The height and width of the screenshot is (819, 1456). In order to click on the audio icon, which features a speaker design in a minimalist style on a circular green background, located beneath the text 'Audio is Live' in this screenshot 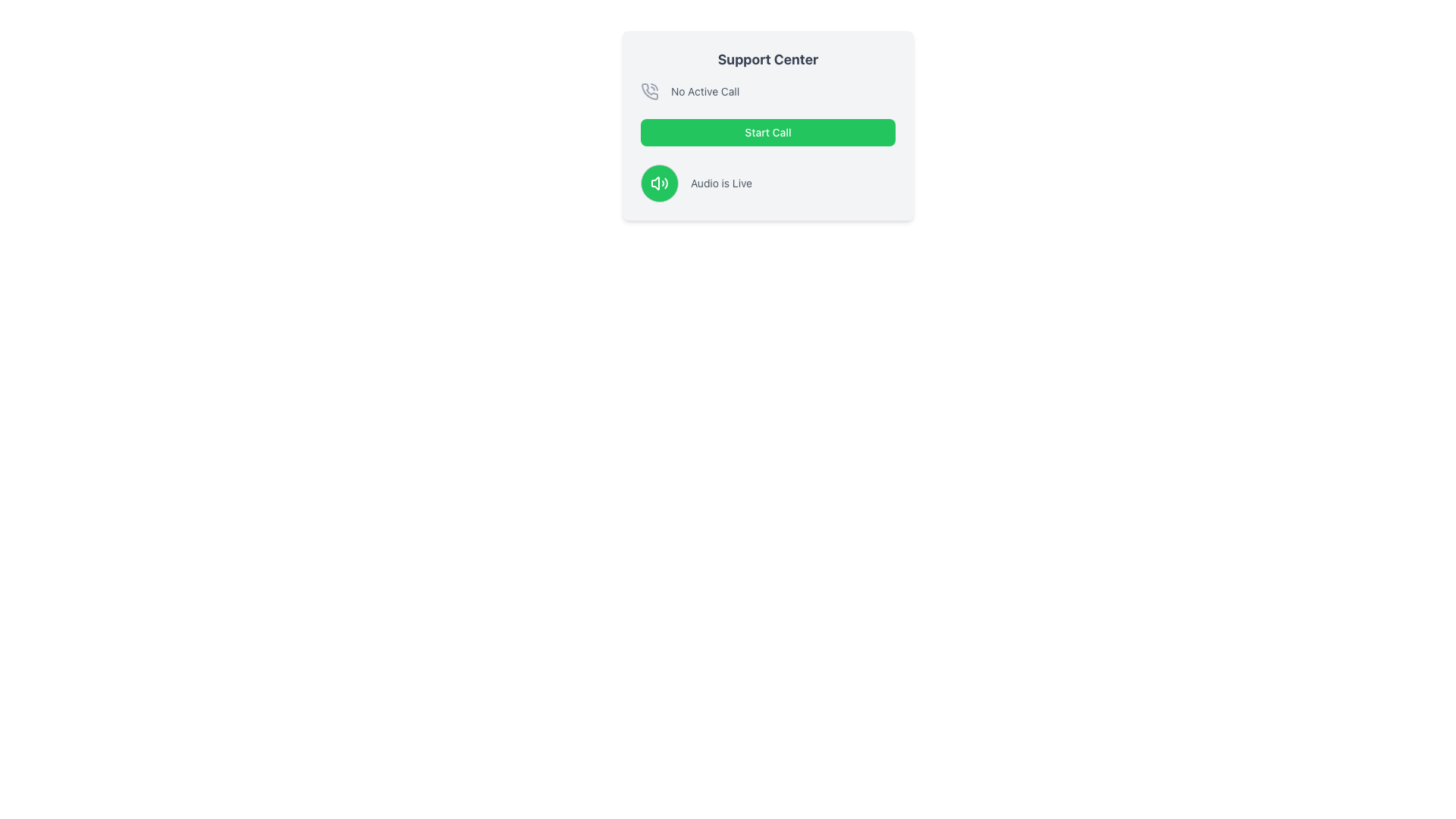, I will do `click(659, 183)`.